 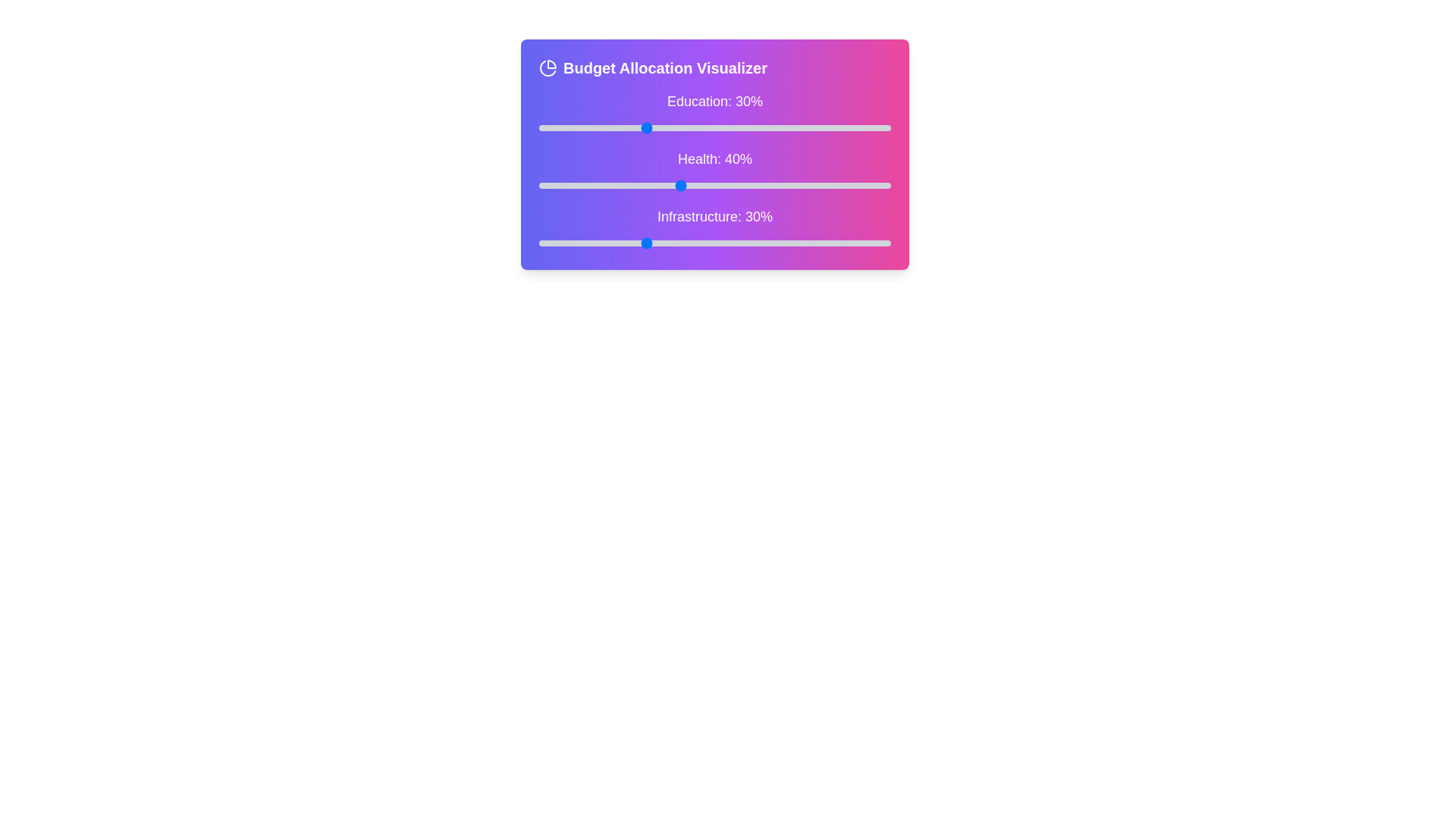 I want to click on the Education budget, so click(x=613, y=127).